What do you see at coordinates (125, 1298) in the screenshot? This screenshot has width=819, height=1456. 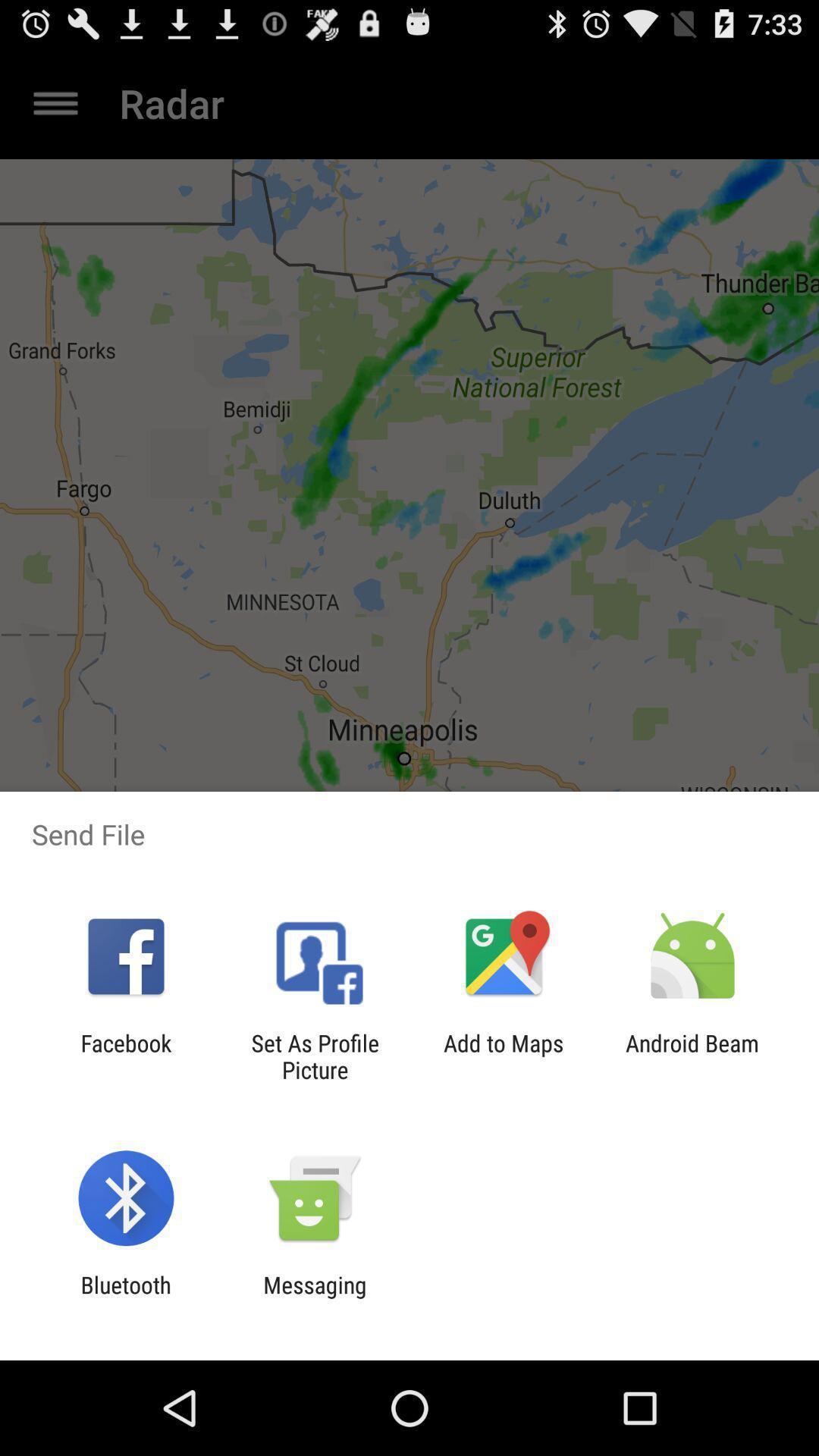 I see `app to the left of messaging app` at bounding box center [125, 1298].